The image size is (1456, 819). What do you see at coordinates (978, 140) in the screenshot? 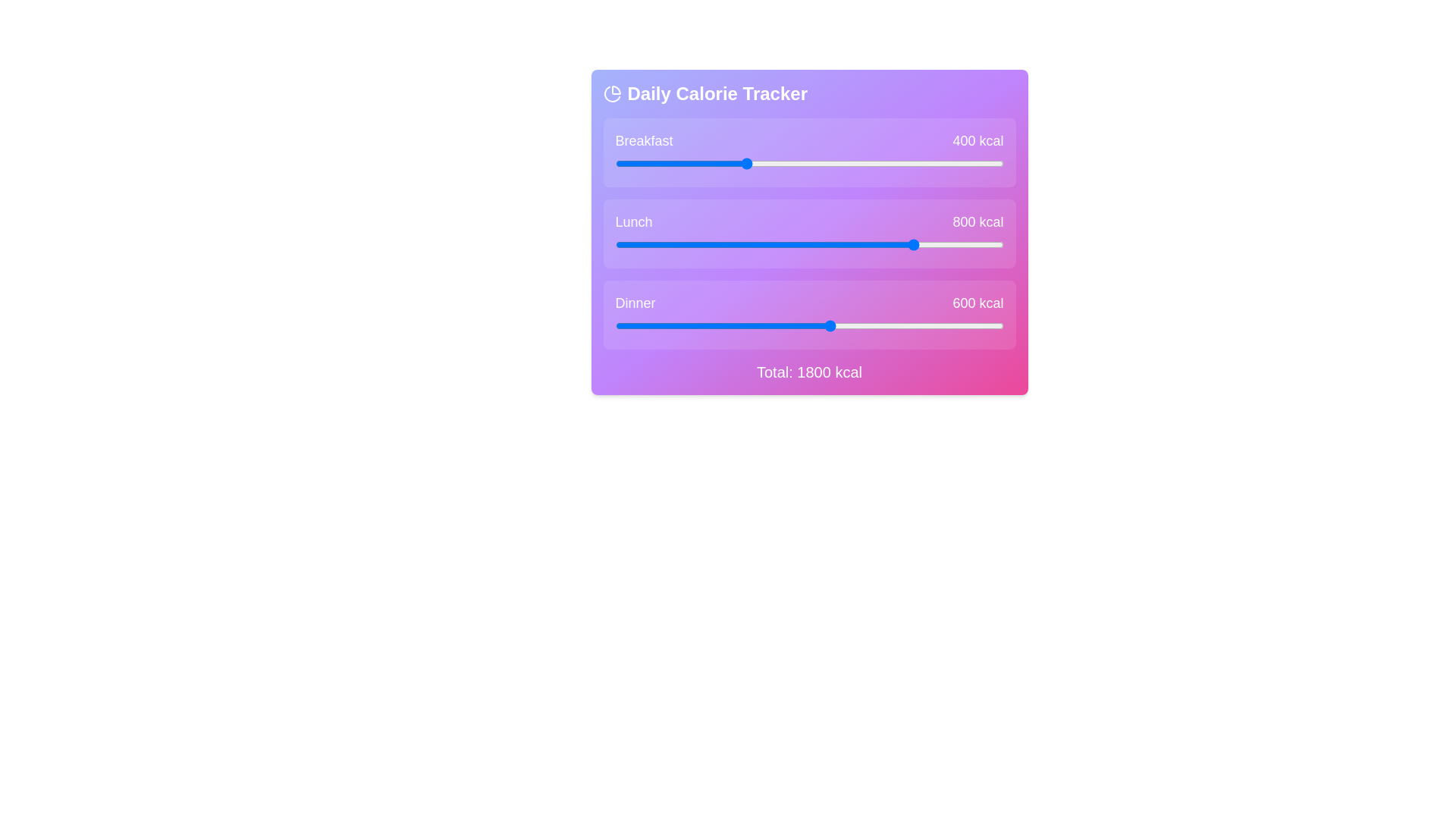
I see `the content of the Text Label displaying '400 kcal' in bold white font, positioned to the right of the 'Breakfast' label and above the progress bar` at bounding box center [978, 140].